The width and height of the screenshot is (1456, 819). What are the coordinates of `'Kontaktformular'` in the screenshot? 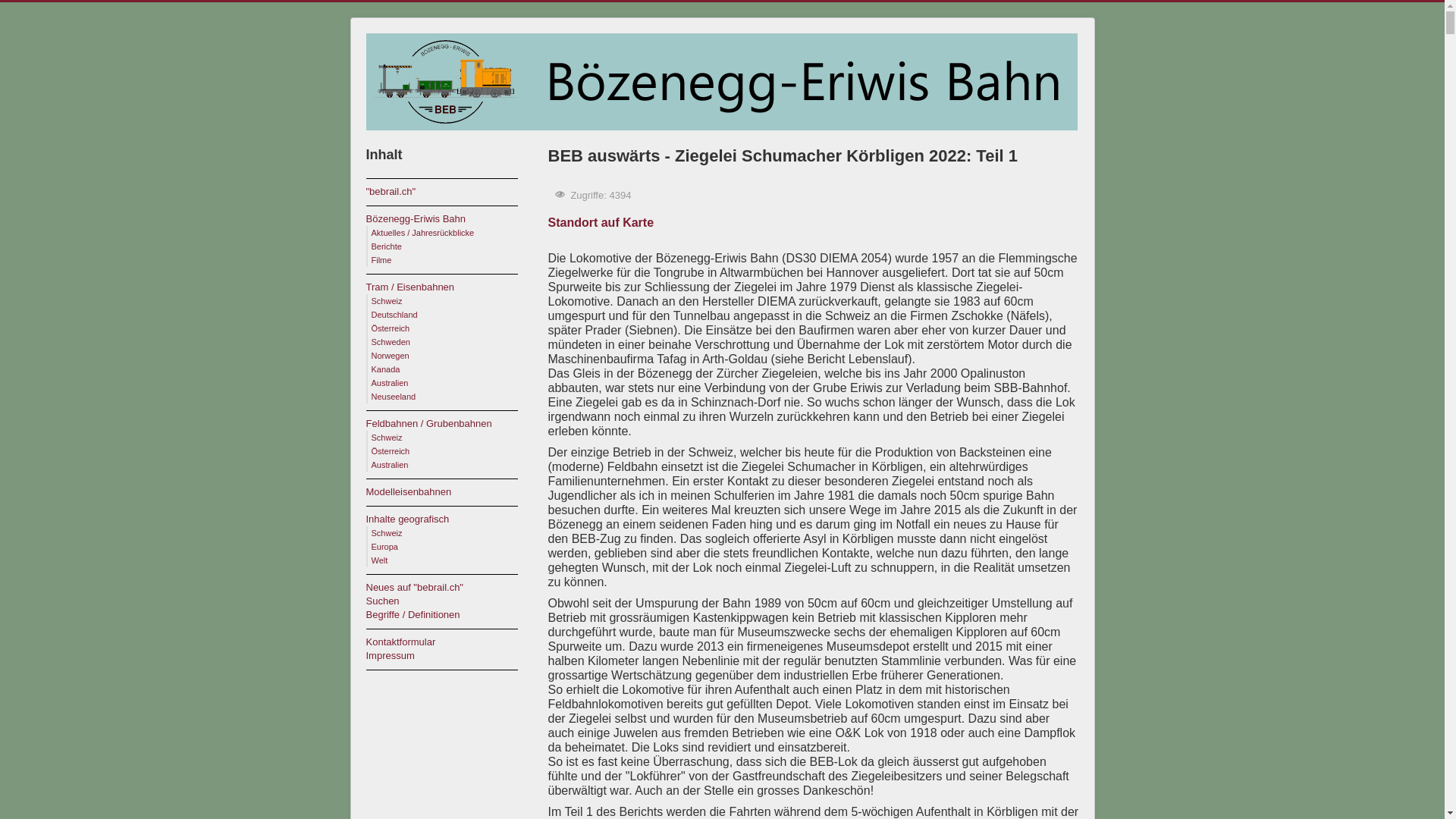 It's located at (447, 642).